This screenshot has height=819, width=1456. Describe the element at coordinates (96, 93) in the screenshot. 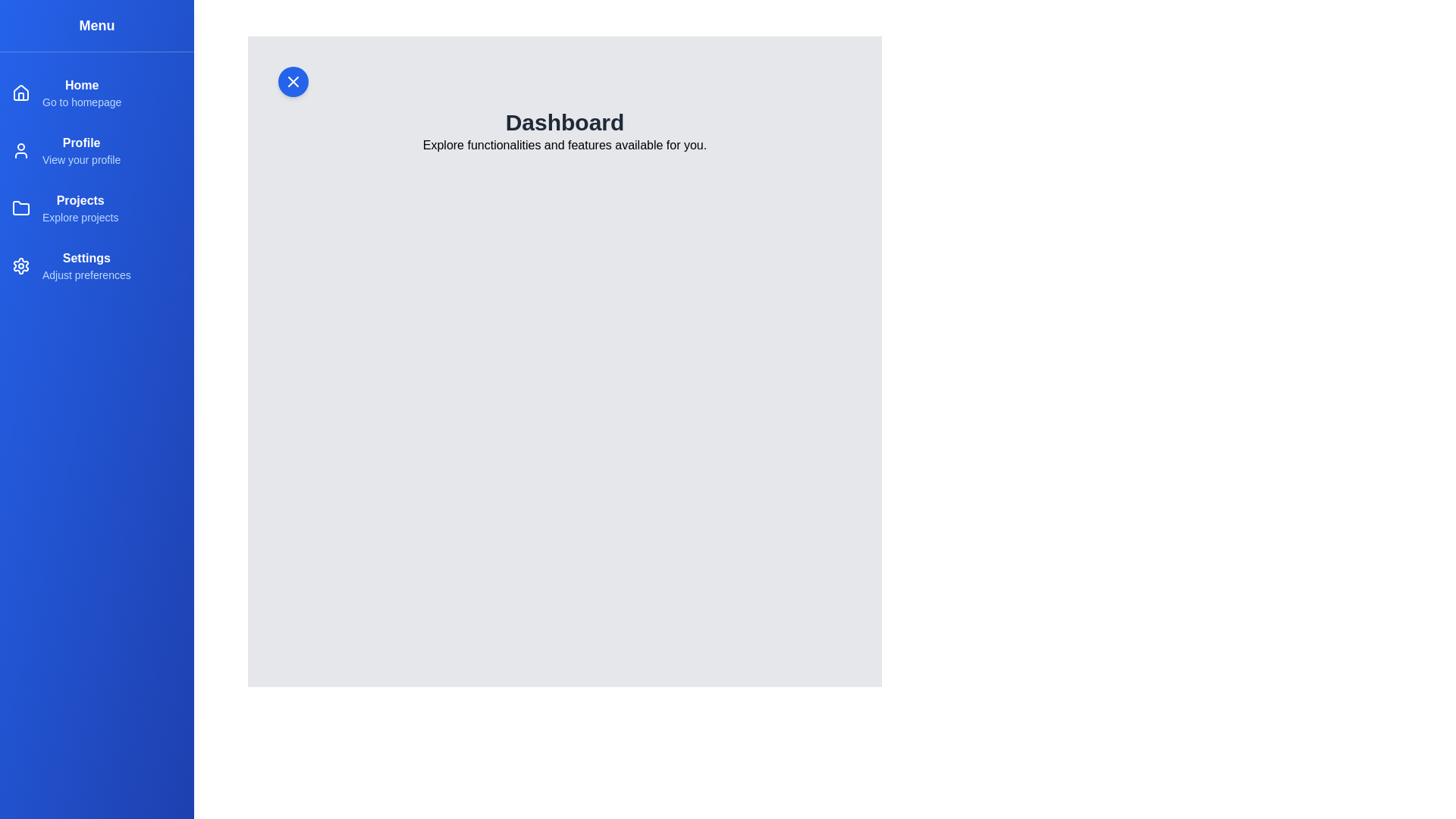

I see `the menu item Home to view its description` at that location.